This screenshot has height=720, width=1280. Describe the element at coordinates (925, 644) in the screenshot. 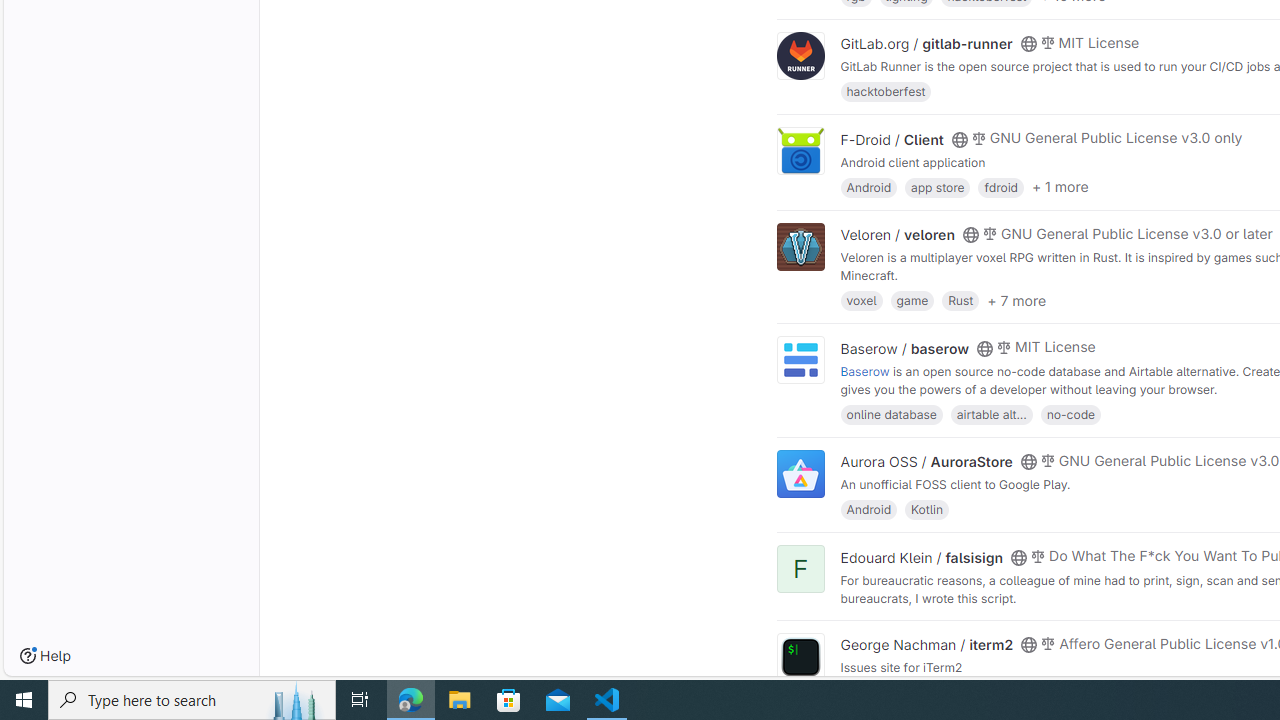

I see `'George Nachman / iterm2'` at that location.